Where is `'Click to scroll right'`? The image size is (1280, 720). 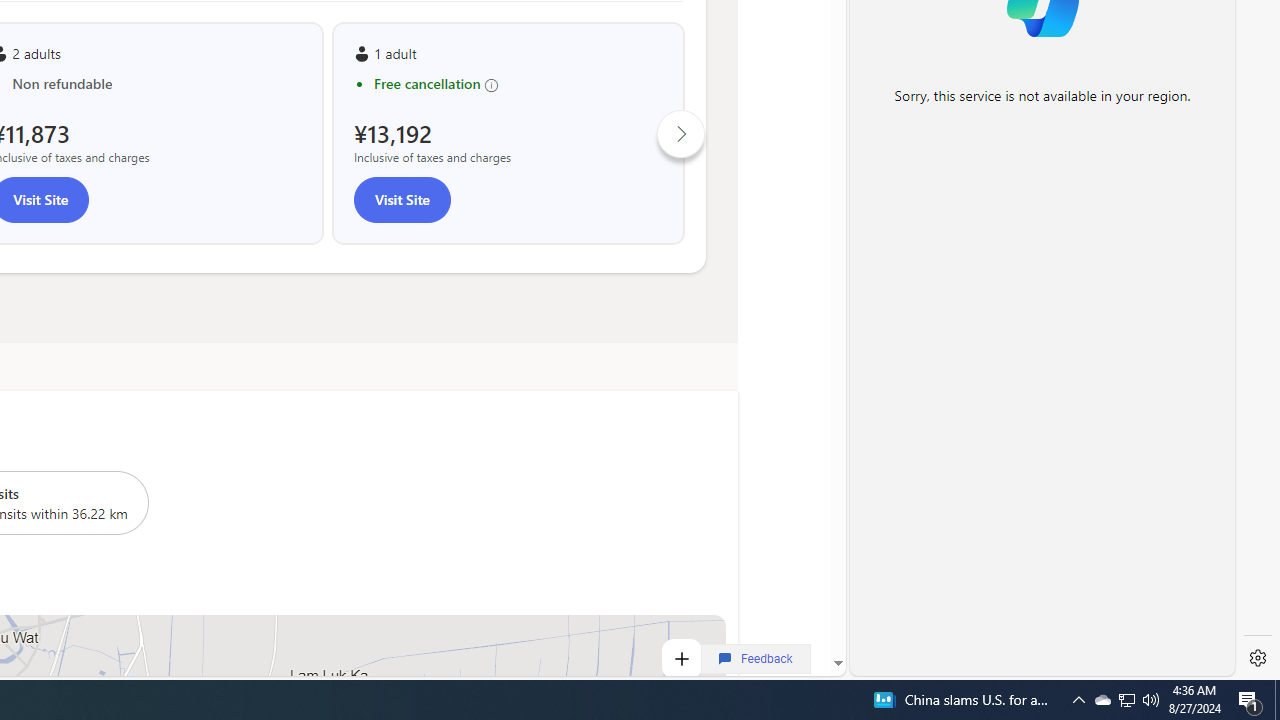 'Click to scroll right' is located at coordinates (681, 133).